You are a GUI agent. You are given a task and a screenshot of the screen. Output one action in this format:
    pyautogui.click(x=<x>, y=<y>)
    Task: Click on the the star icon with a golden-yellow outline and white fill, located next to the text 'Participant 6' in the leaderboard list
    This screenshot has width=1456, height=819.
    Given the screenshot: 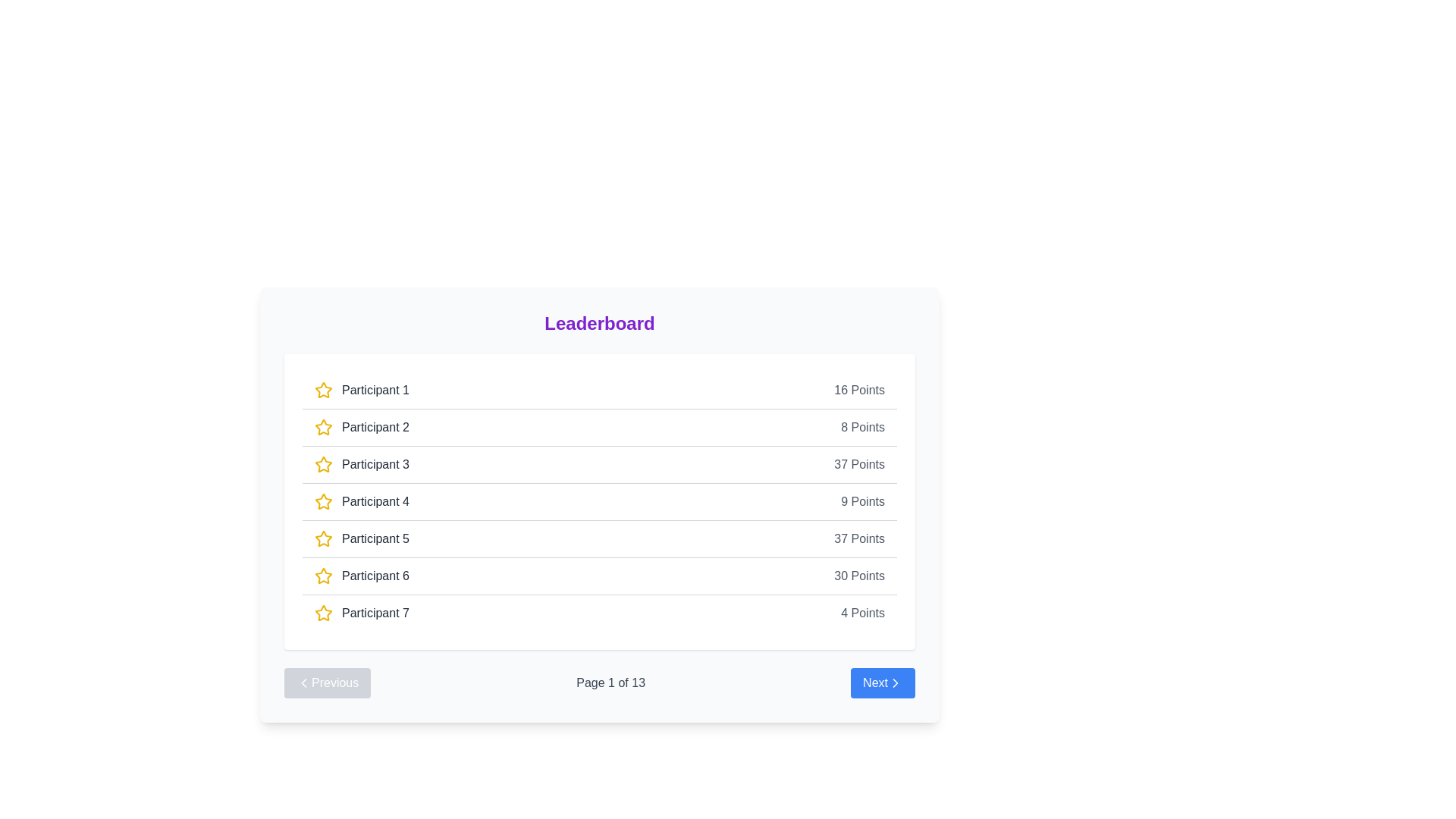 What is the action you would take?
    pyautogui.click(x=323, y=576)
    